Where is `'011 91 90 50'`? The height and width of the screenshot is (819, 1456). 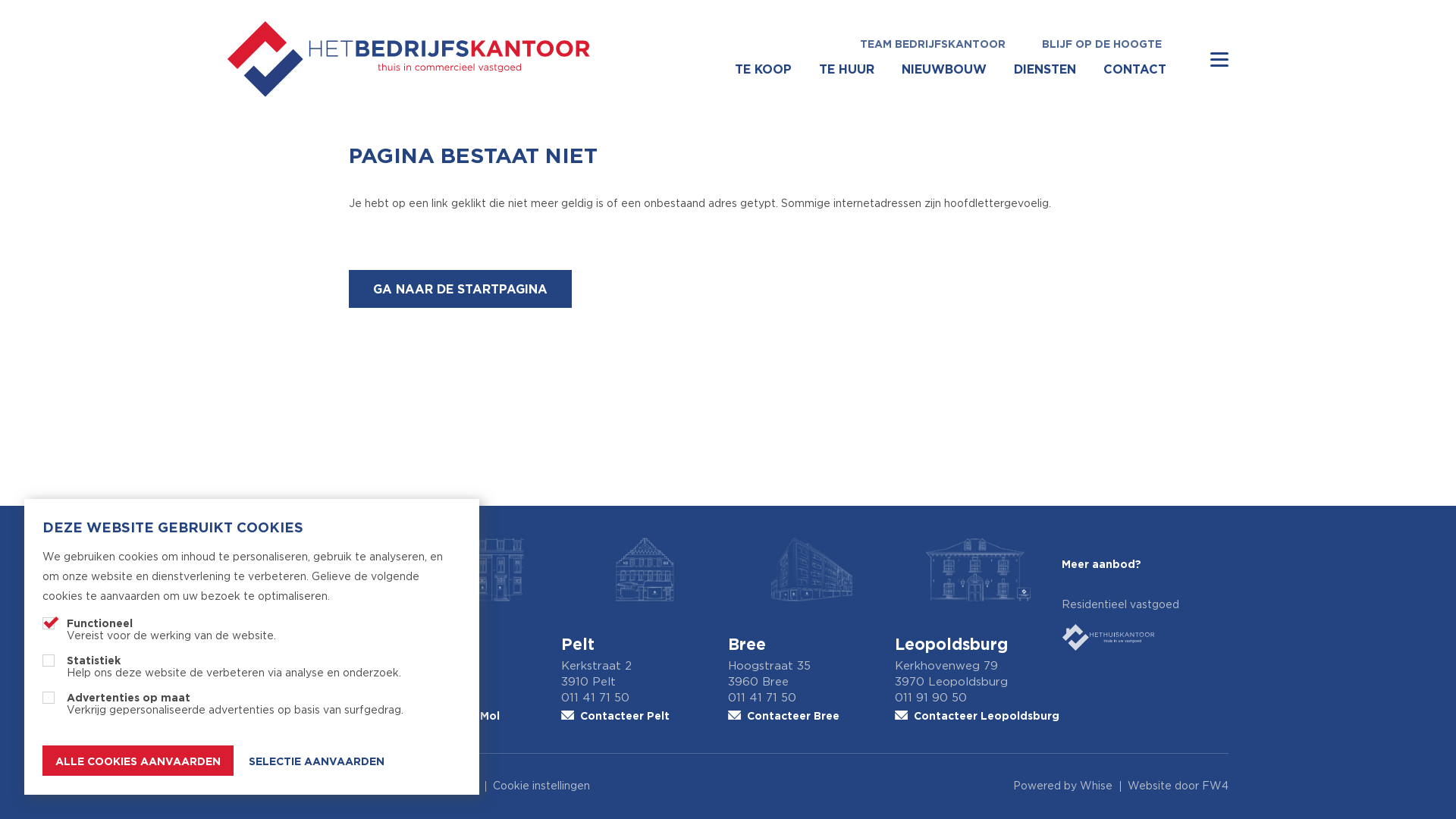
'011 91 90 50' is located at coordinates (978, 698).